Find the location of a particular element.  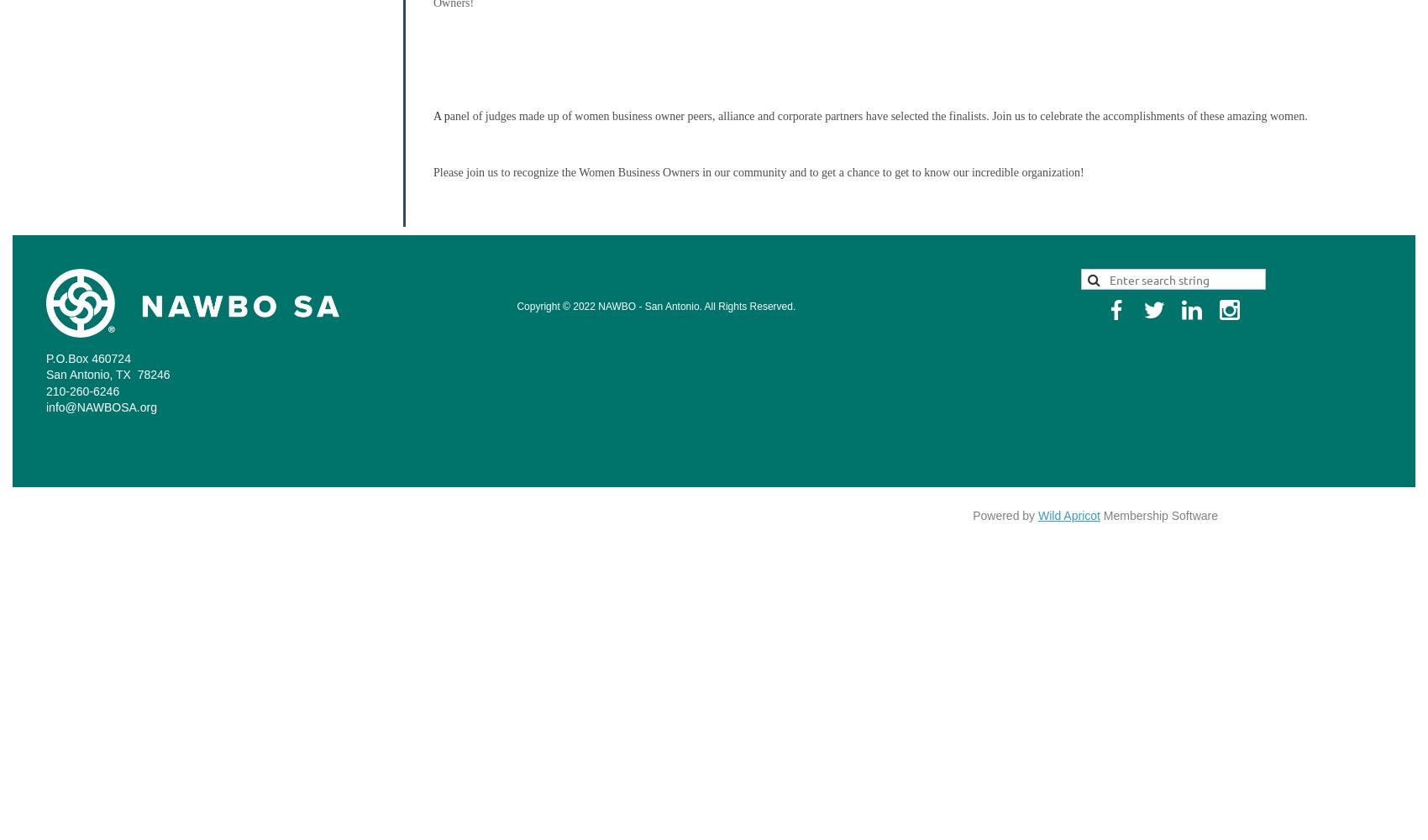

'210-260-6246' is located at coordinates (82, 390).